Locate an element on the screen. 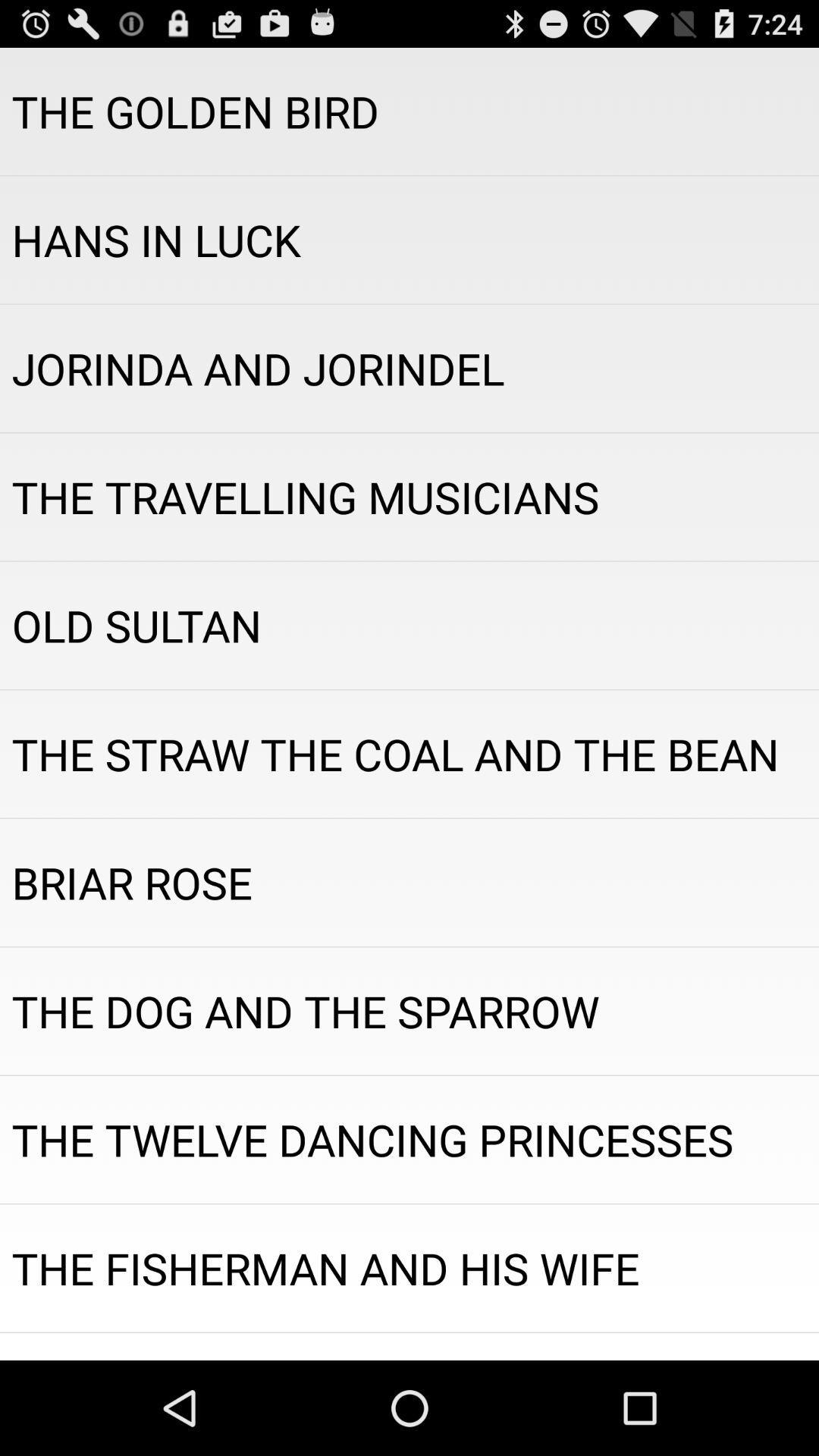 The image size is (819, 1456). the old sultan icon is located at coordinates (409, 626).